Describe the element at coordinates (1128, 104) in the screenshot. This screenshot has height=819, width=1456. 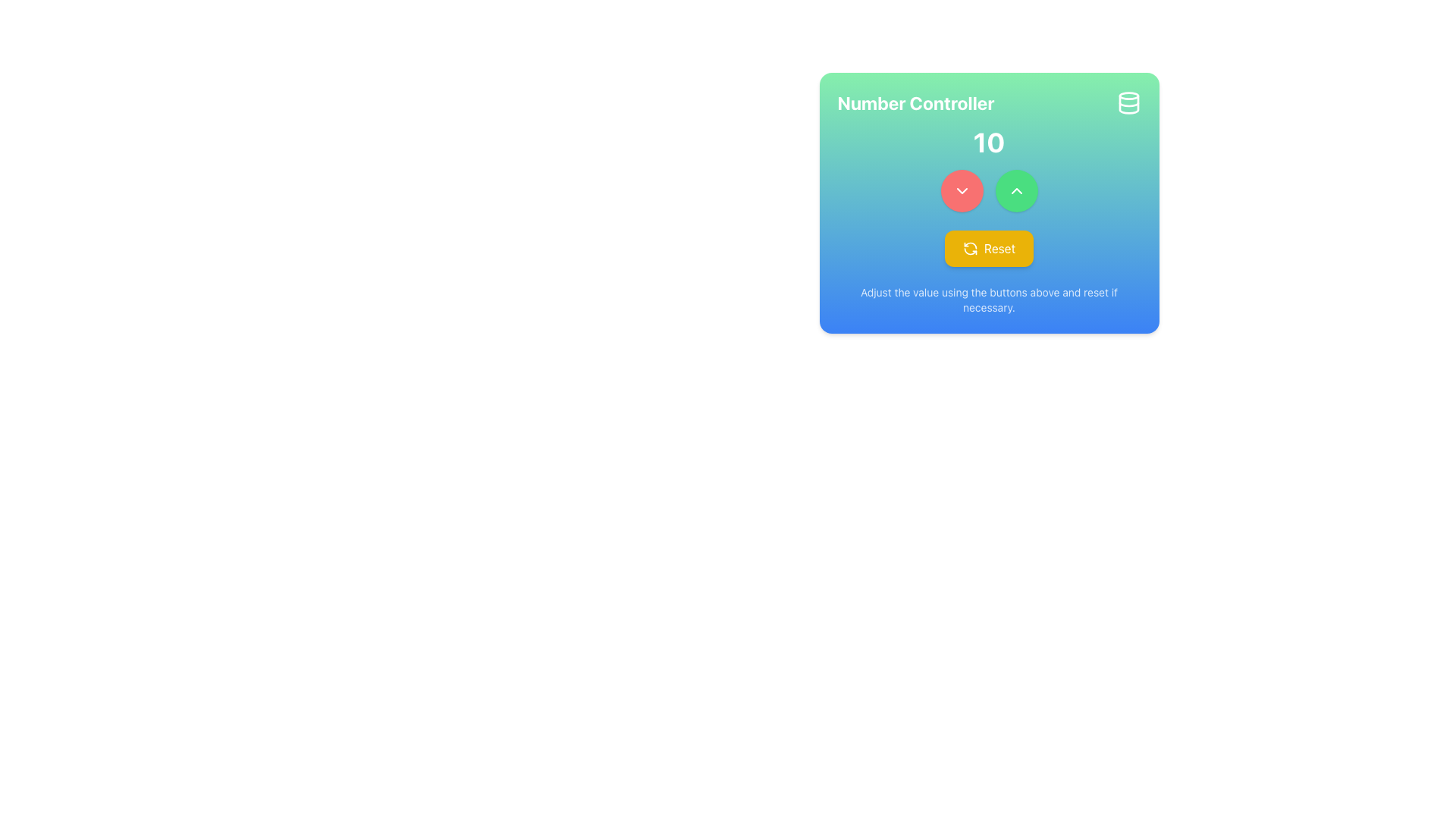
I see `the middle elliptical disk of the database icon located in the top-right corner of the interface` at that location.